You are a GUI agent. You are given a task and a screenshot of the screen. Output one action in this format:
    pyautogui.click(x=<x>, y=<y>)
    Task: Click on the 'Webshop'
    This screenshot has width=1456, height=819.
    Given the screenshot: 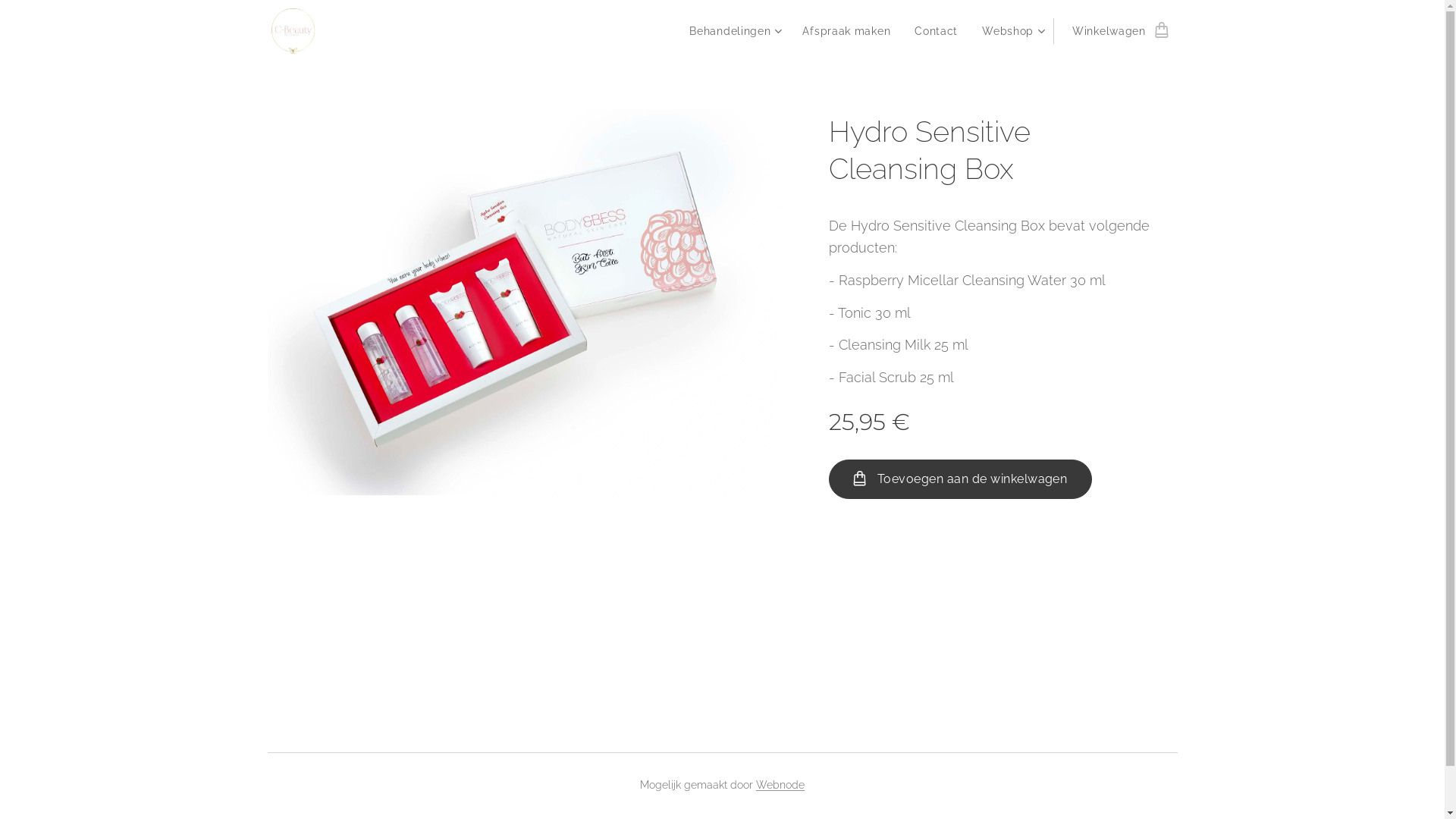 What is the action you would take?
    pyautogui.click(x=1012, y=31)
    